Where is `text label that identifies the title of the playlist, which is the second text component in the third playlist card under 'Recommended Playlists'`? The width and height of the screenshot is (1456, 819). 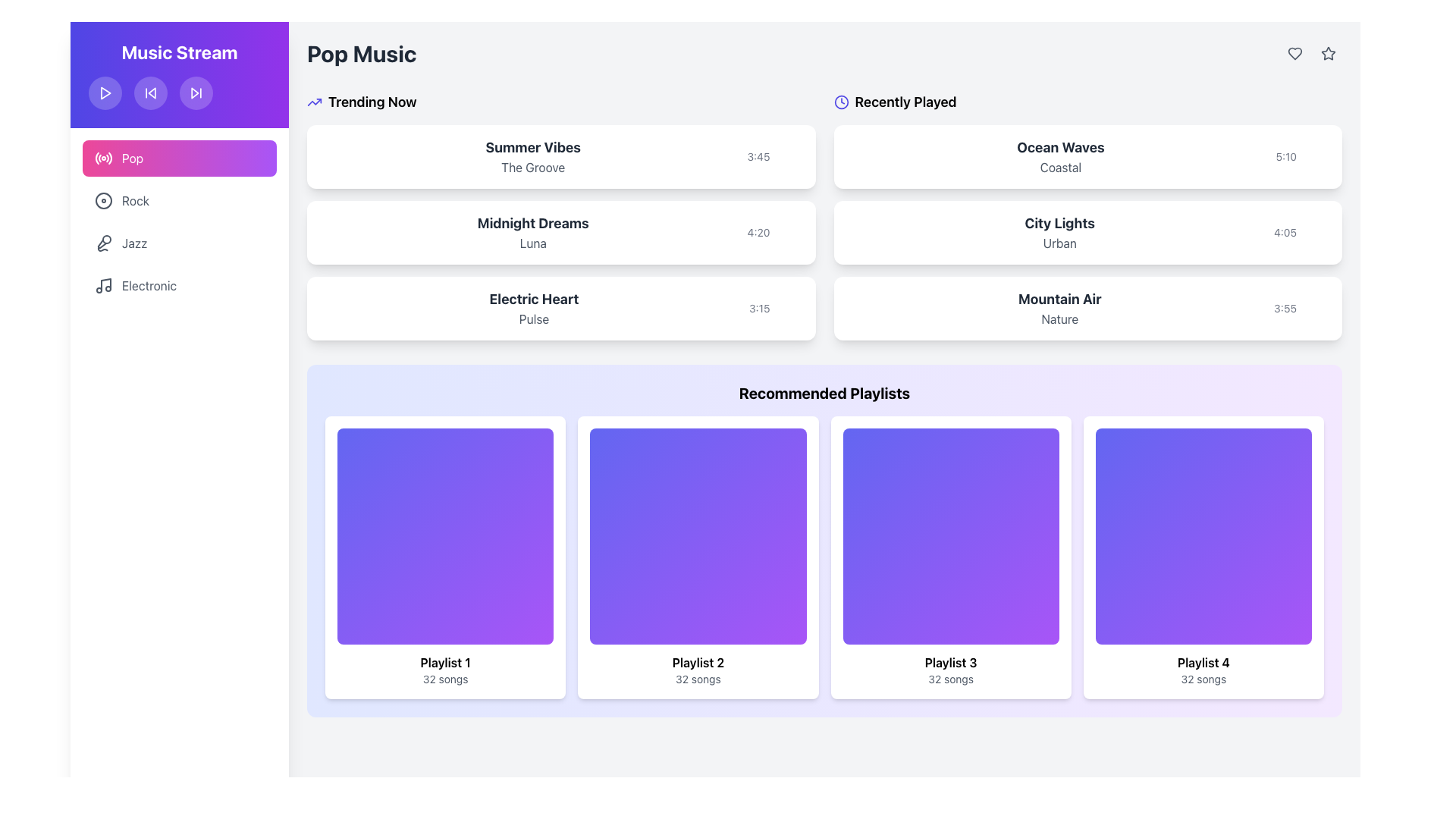 text label that identifies the title of the playlist, which is the second text component in the third playlist card under 'Recommended Playlists' is located at coordinates (950, 662).